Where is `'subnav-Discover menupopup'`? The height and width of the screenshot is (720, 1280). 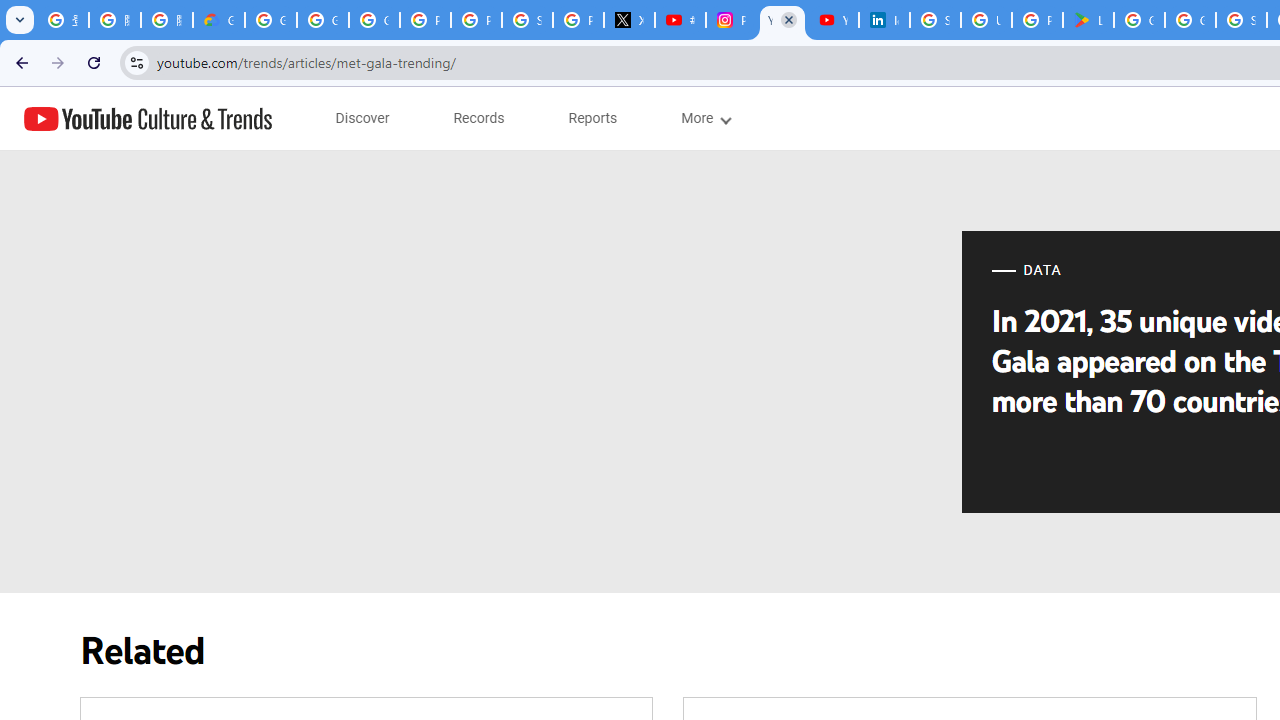
'subnav-Discover menupopup' is located at coordinates (362, 118).